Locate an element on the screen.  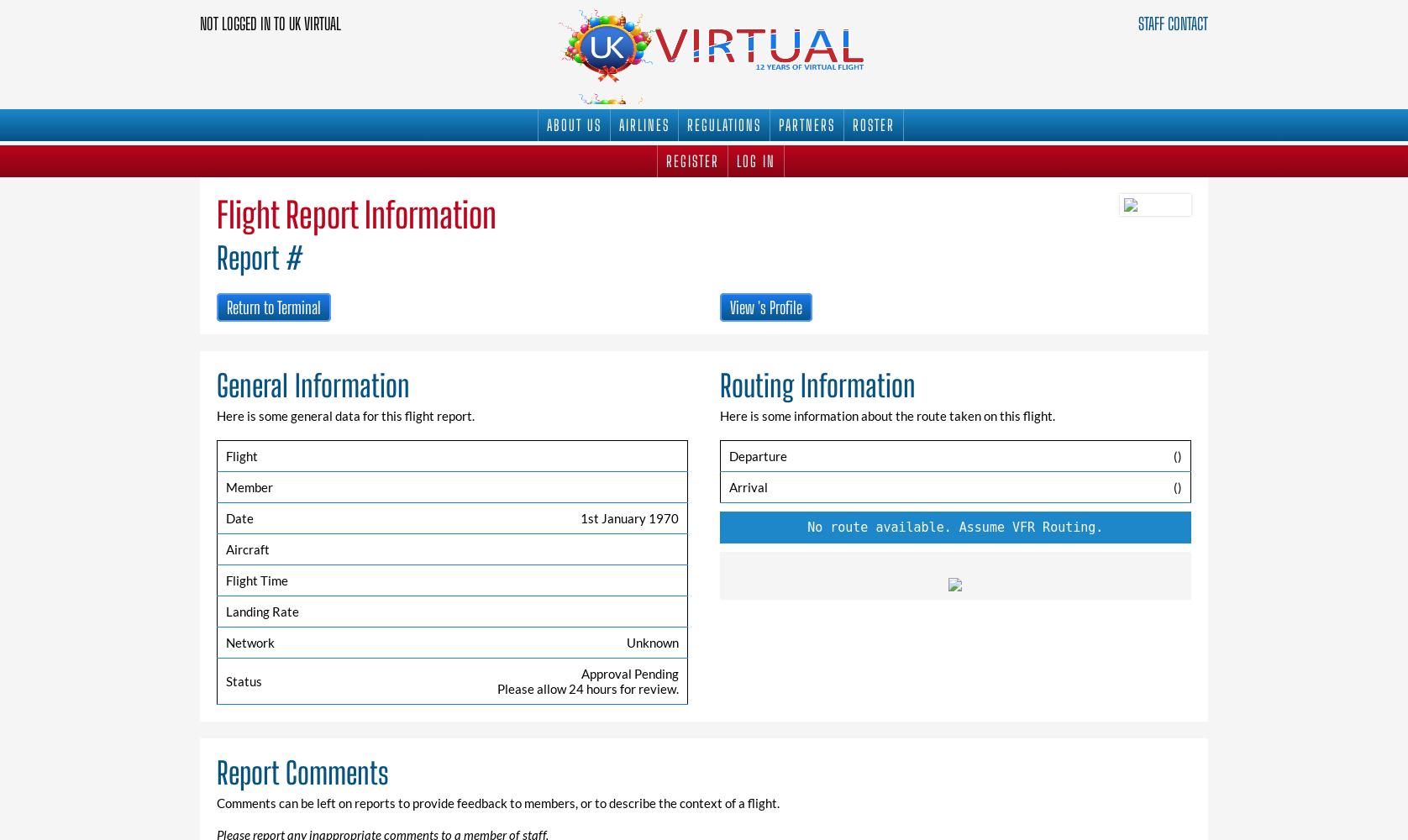
'Please allow 24 hours for review.' is located at coordinates (587, 688).